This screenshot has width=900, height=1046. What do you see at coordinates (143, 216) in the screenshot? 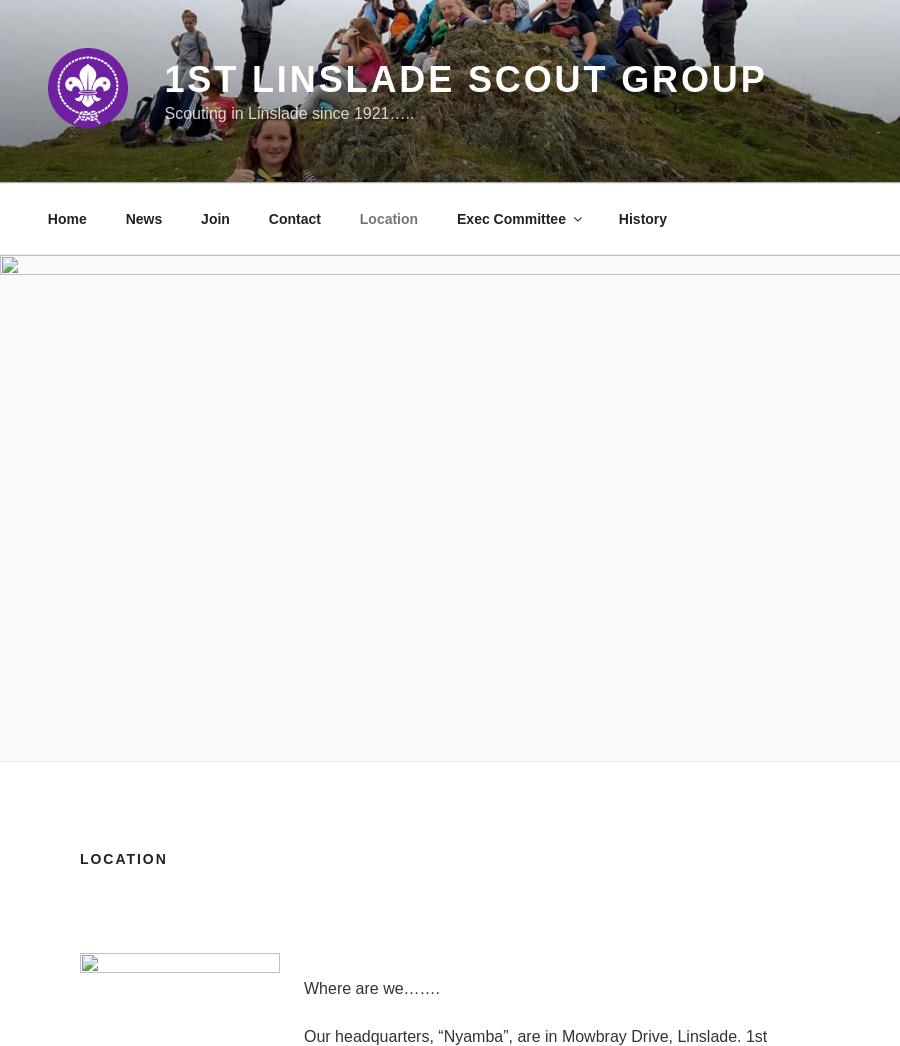
I see `'News'` at bounding box center [143, 216].